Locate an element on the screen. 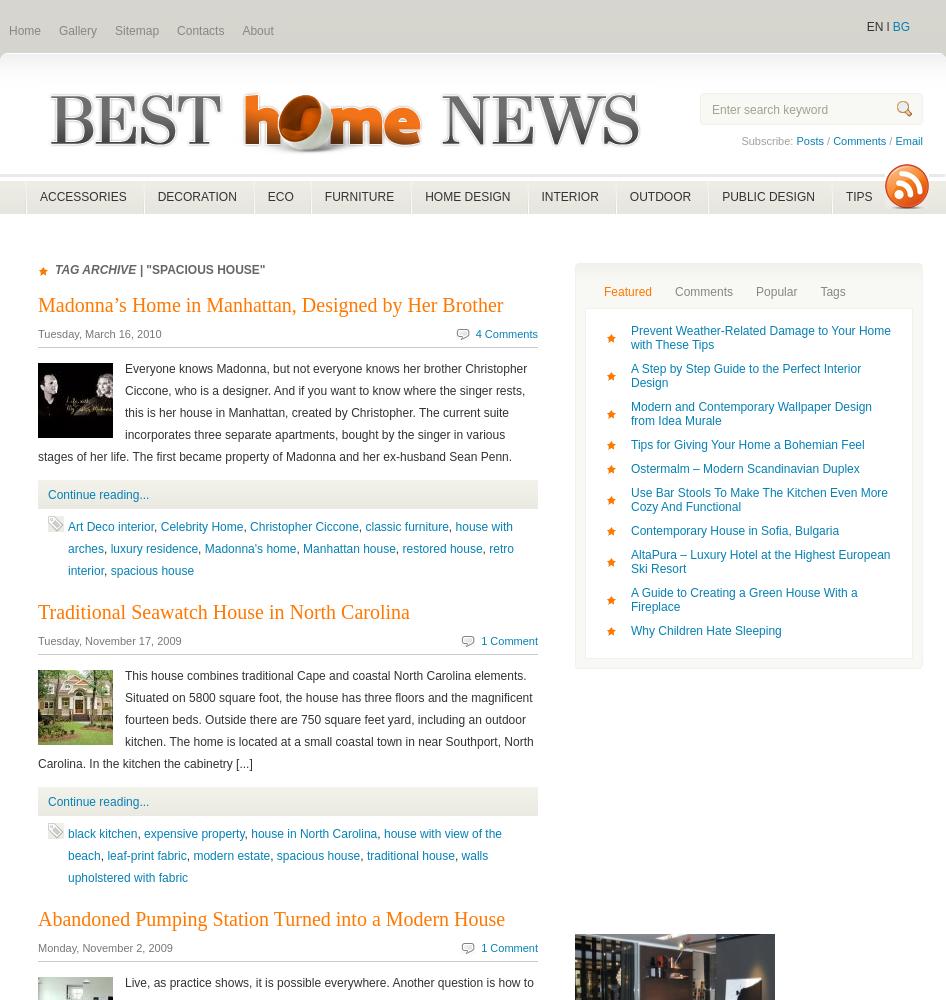 This screenshot has width=946, height=1000. 'PUBLIC DESIGN' is located at coordinates (766, 196).